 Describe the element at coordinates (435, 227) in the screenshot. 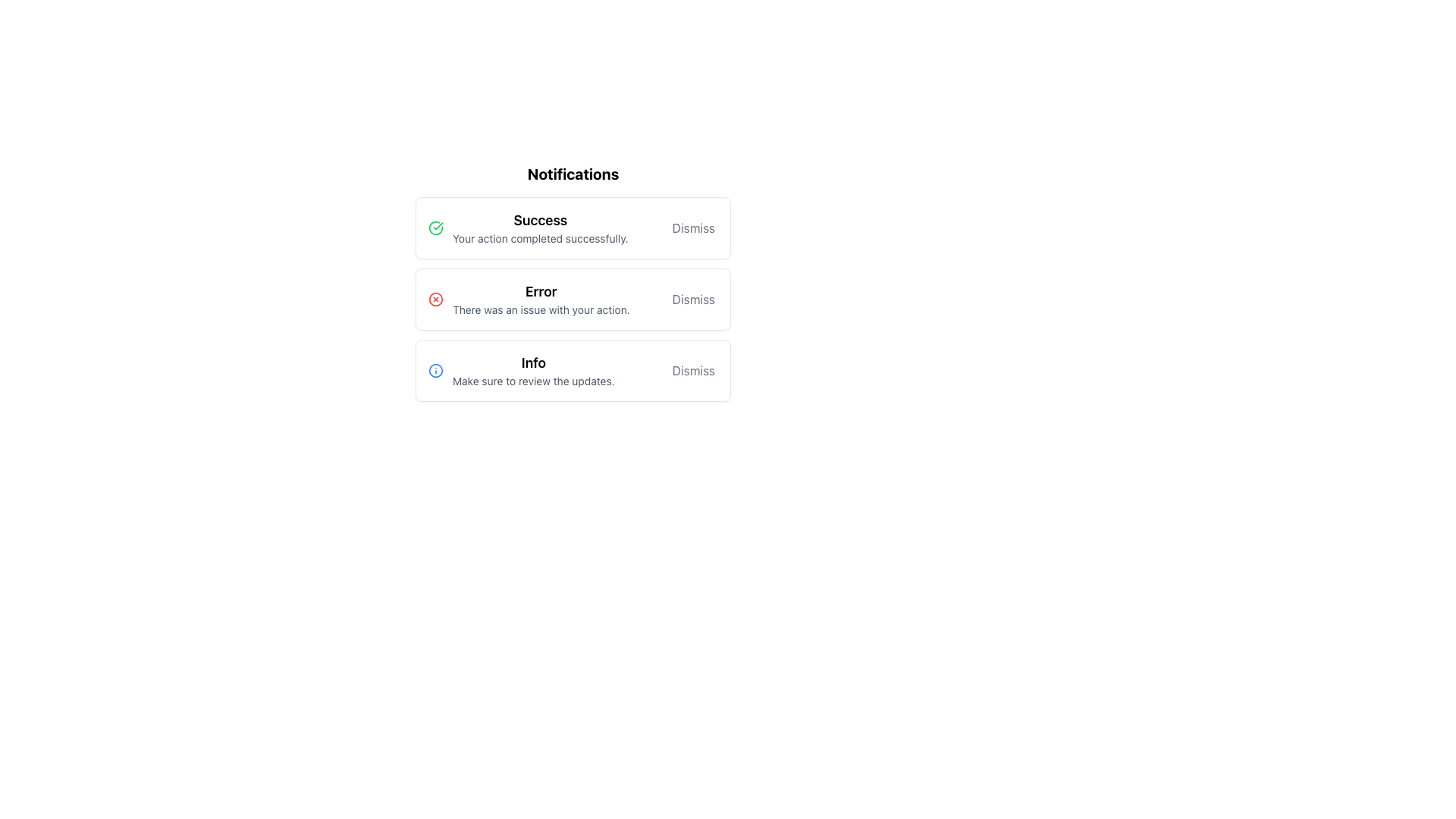

I see `the outermost element of the circular outline in the green checkmark icon within the 'Success' notification panel` at that location.